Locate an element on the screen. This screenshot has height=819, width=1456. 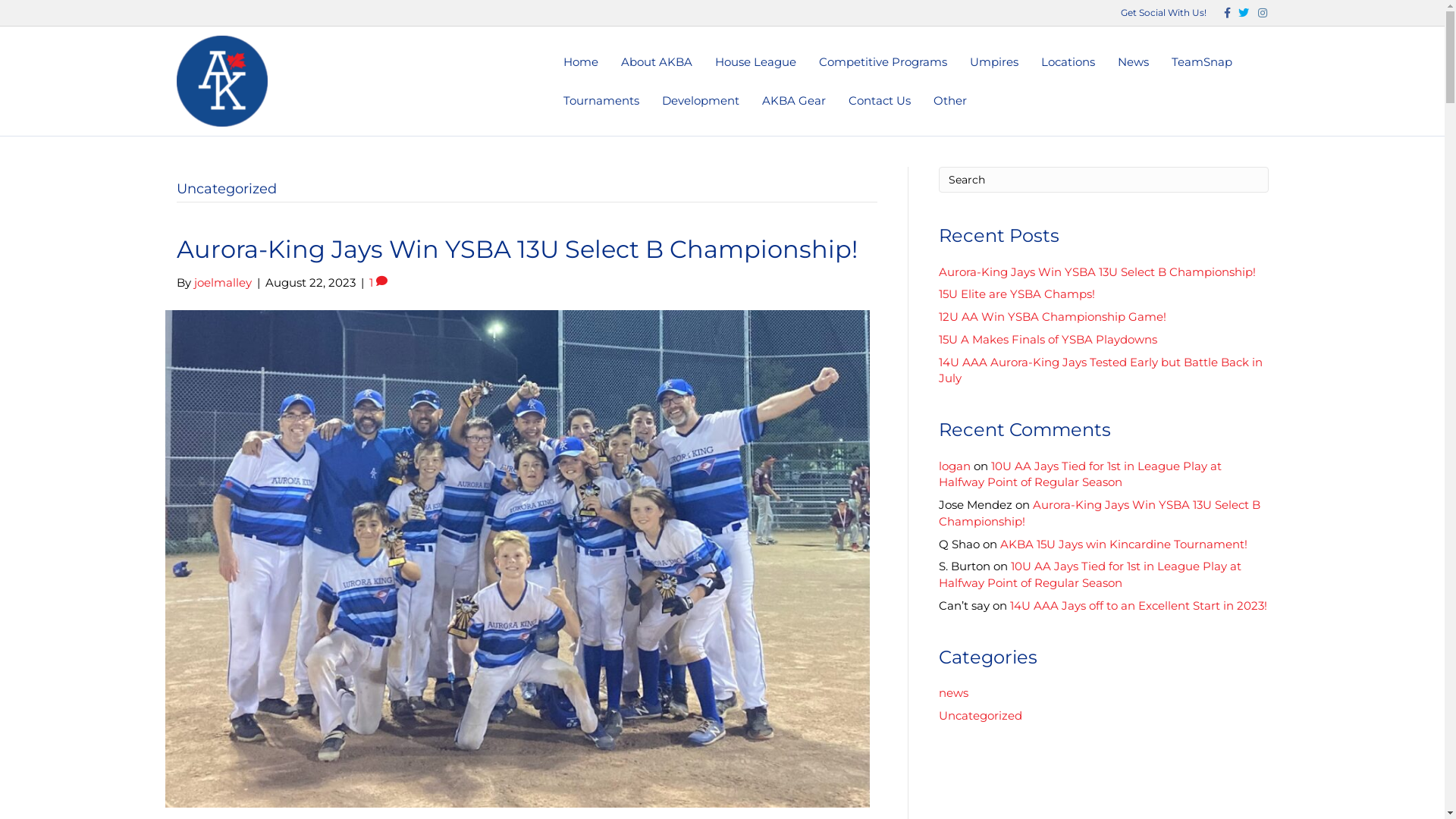
'Aurora-King Jays Win YSBA 13U Select B Championship!' is located at coordinates (1099, 512).